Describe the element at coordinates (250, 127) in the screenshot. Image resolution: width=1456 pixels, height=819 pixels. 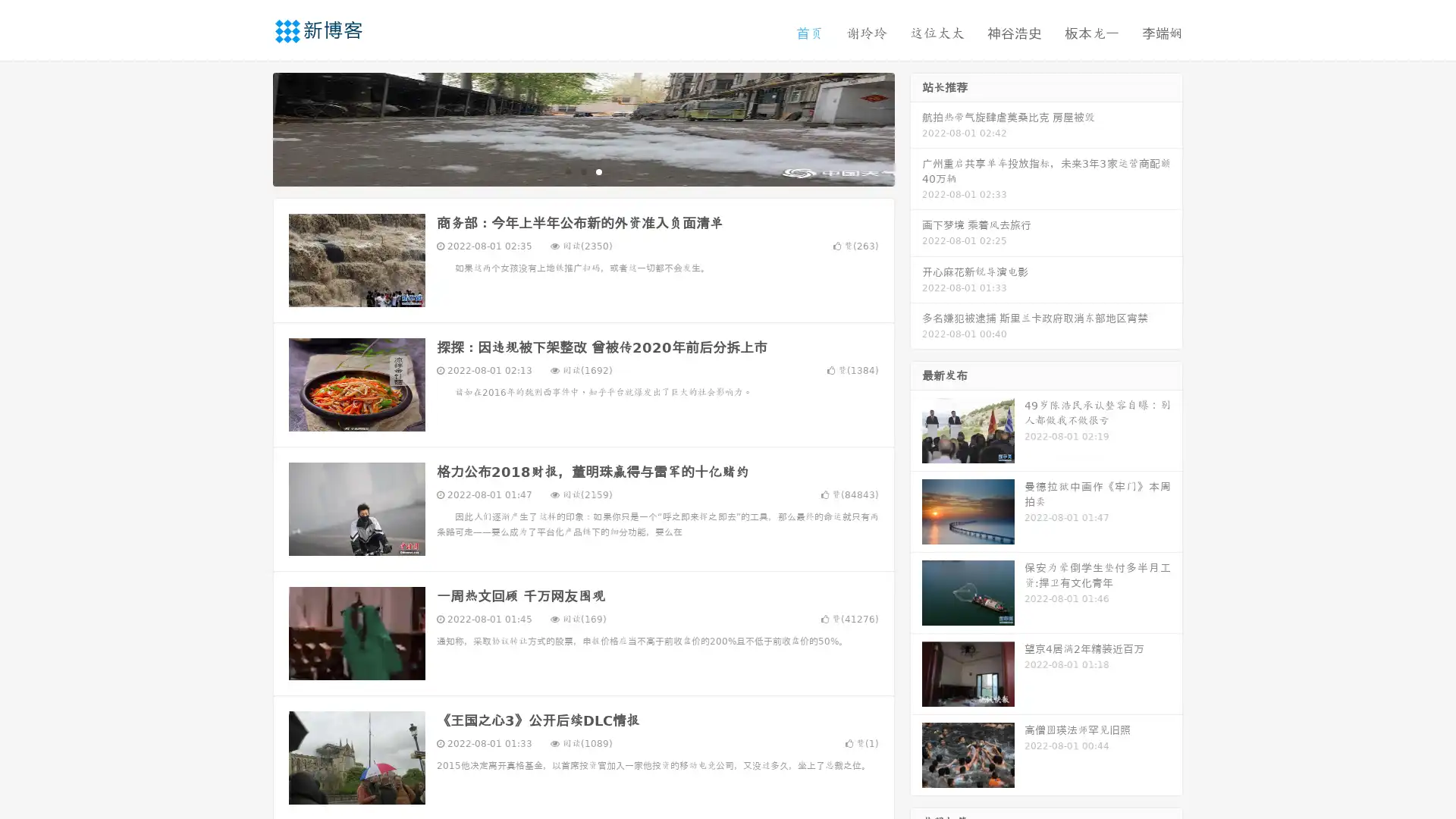
I see `Previous slide` at that location.